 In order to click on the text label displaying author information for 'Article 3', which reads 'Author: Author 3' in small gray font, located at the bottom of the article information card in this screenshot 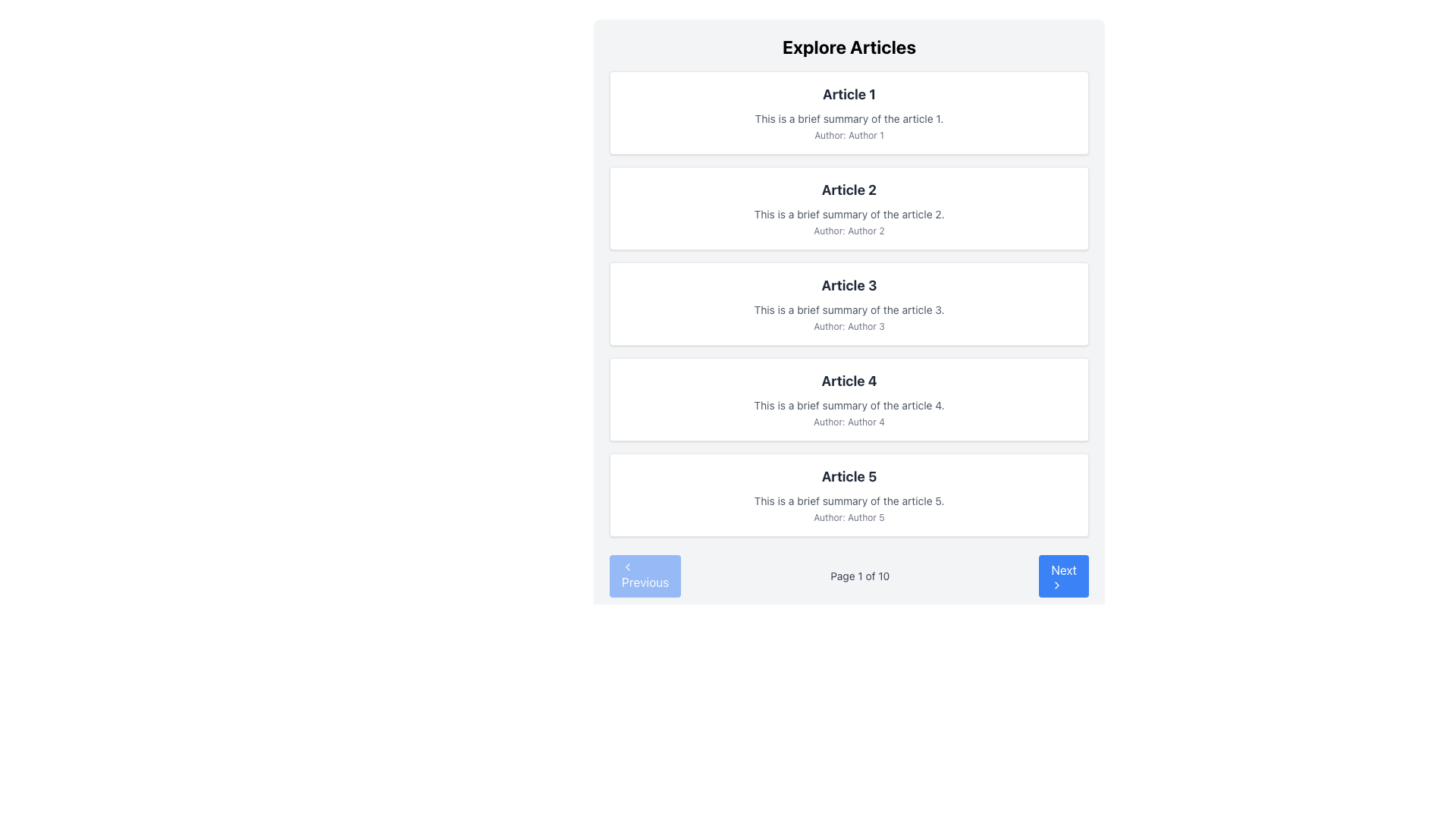, I will do `click(848, 326)`.